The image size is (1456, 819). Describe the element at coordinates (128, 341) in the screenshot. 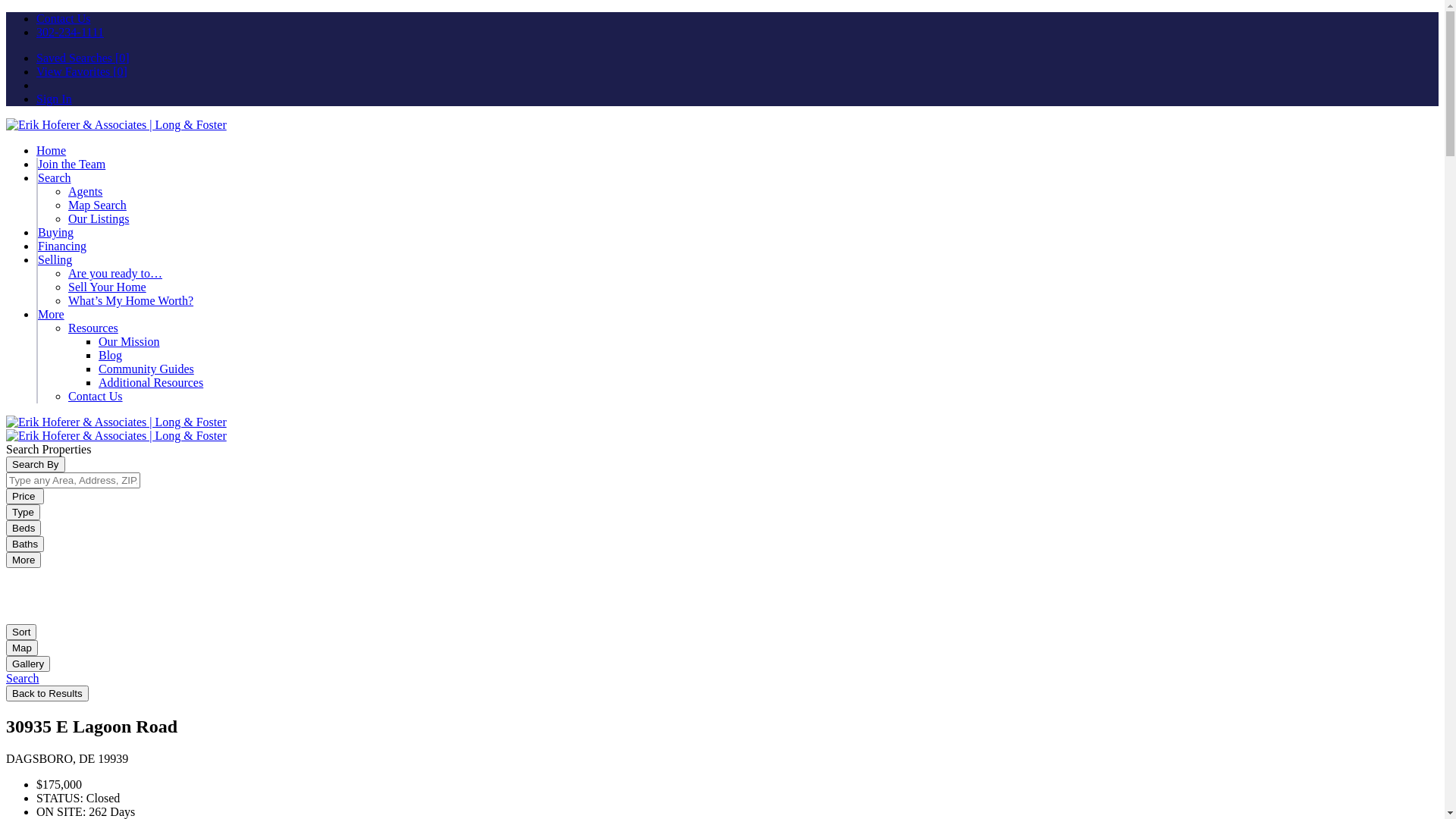

I see `'Our Mission'` at that location.